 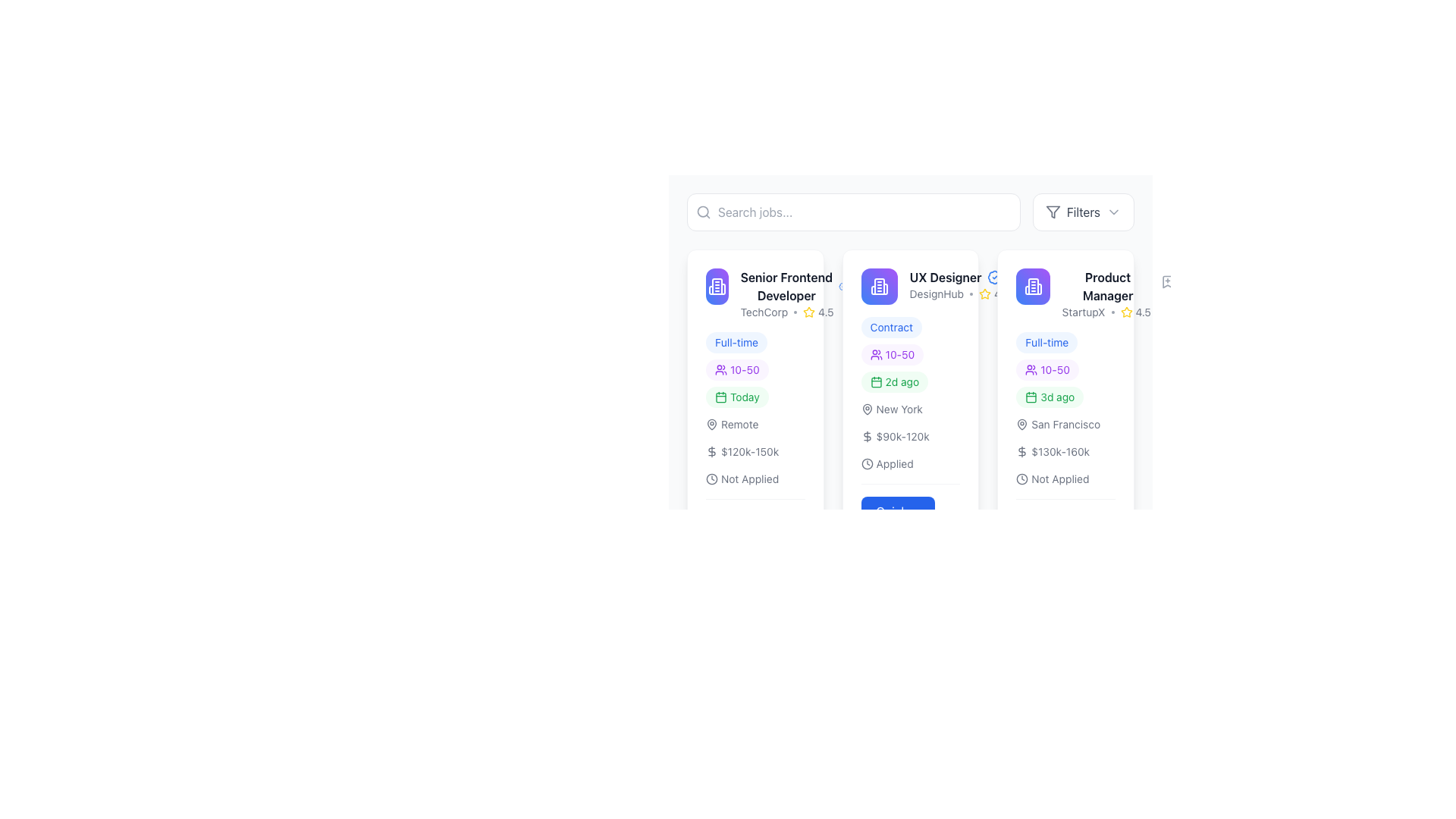 I want to click on the bookmark icon button with a plus symbol to bookmark this job, located in the top-right corner of the job information card, so click(x=1023, y=281).